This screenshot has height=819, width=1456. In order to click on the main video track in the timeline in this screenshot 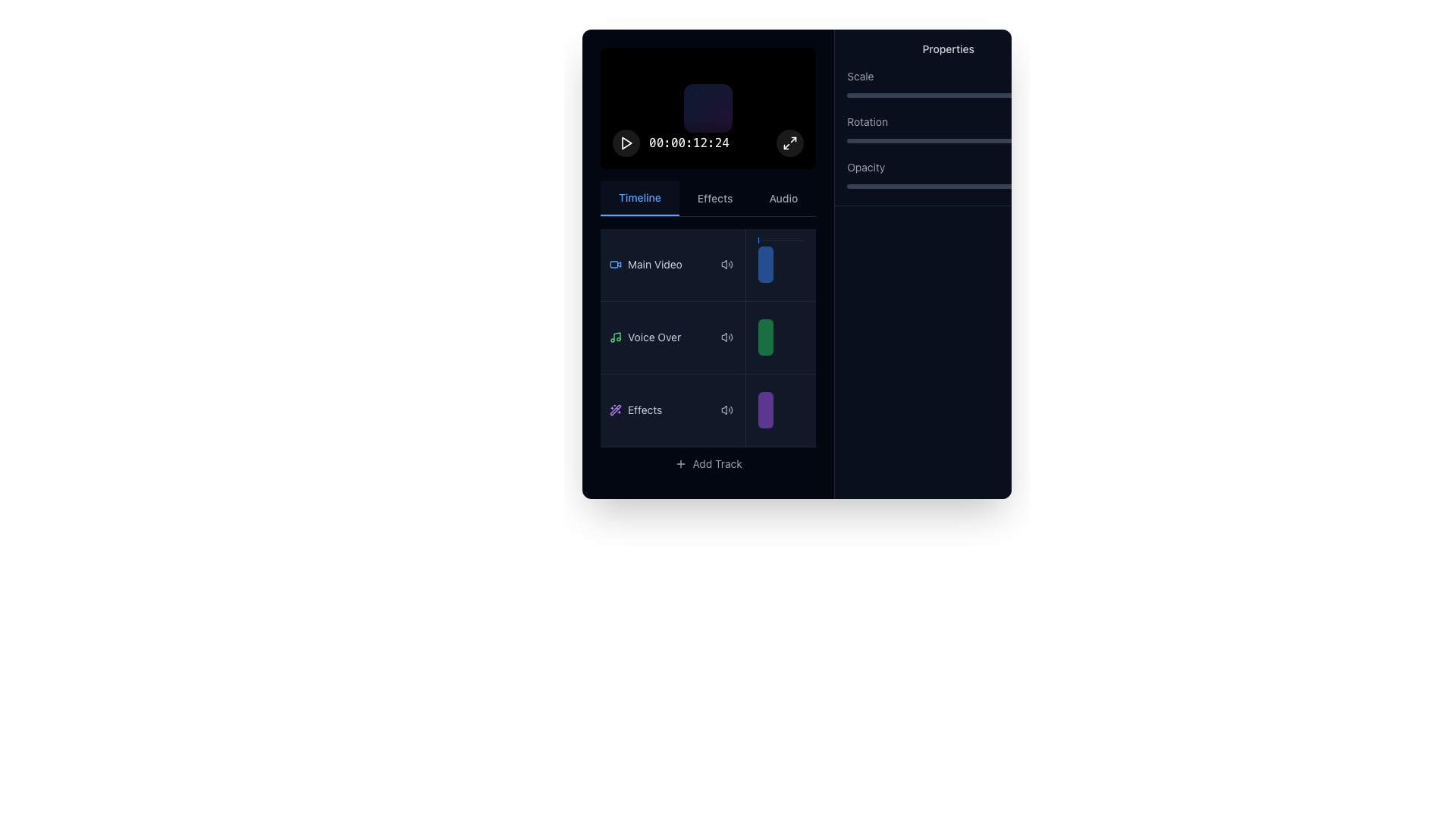, I will do `click(673, 263)`.